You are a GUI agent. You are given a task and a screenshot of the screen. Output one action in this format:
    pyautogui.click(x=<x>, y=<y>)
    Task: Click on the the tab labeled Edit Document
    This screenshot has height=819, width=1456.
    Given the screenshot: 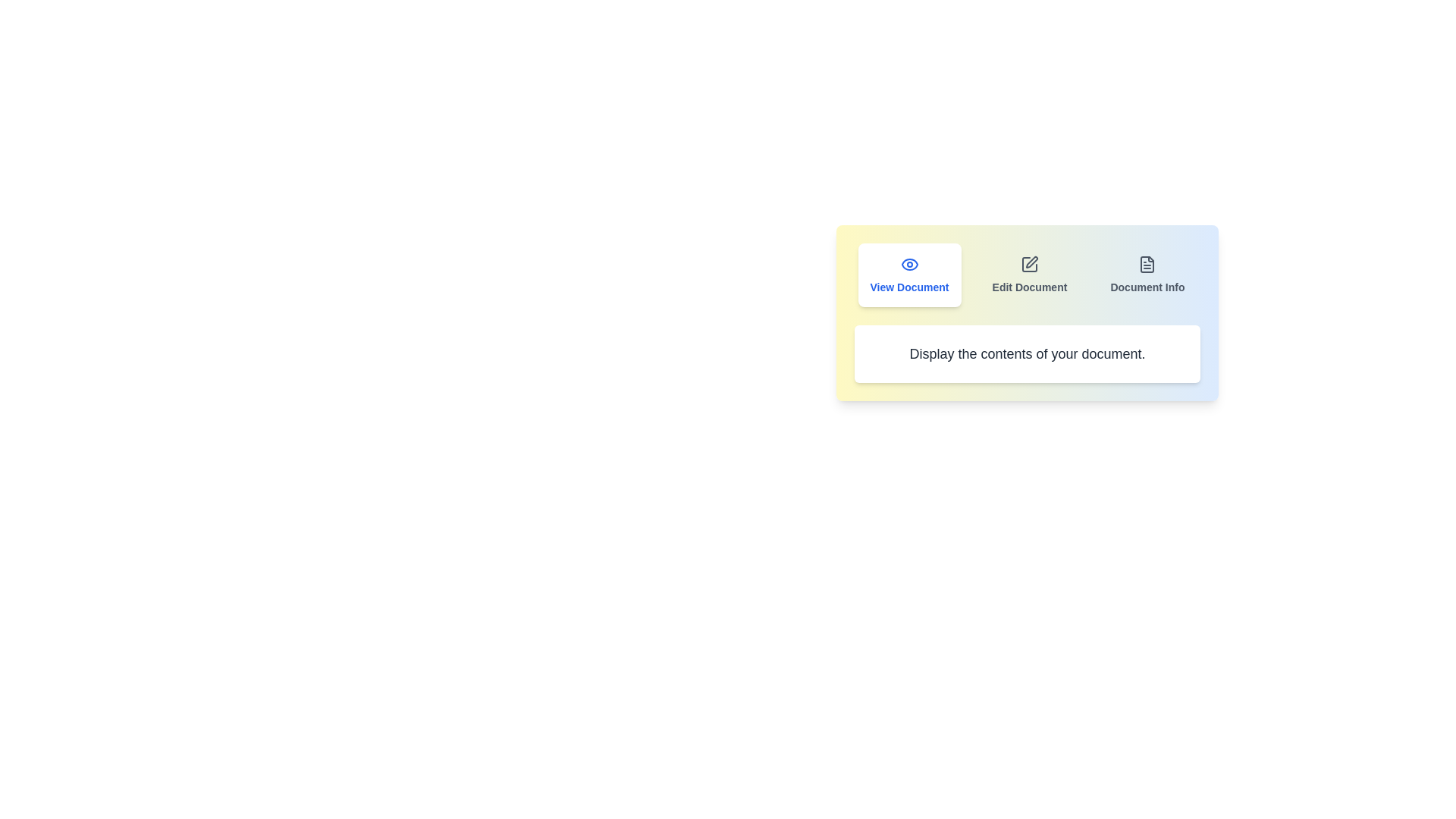 What is the action you would take?
    pyautogui.click(x=1030, y=275)
    